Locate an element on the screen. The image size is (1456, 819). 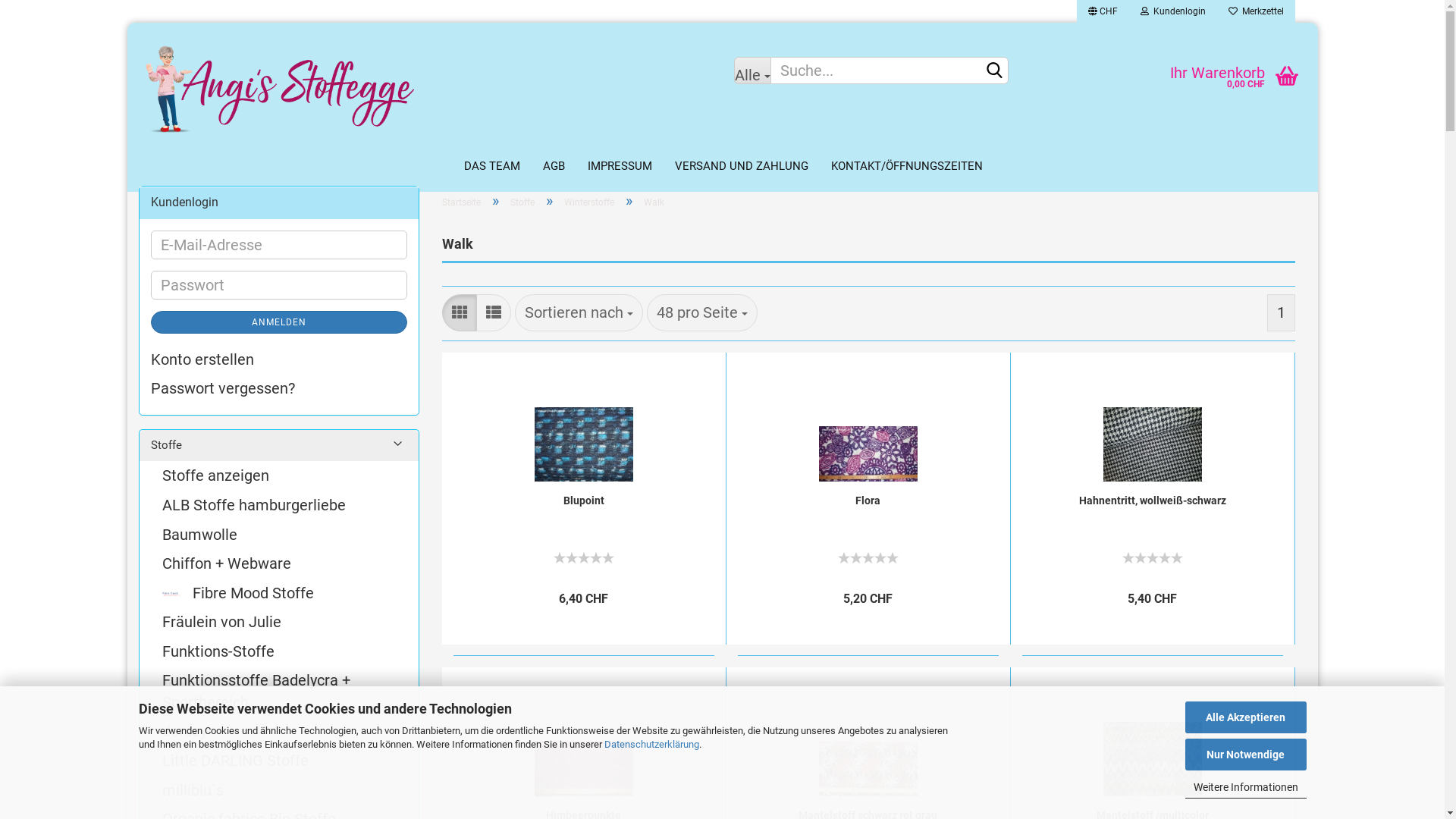
'Alle' is located at coordinates (752, 70).